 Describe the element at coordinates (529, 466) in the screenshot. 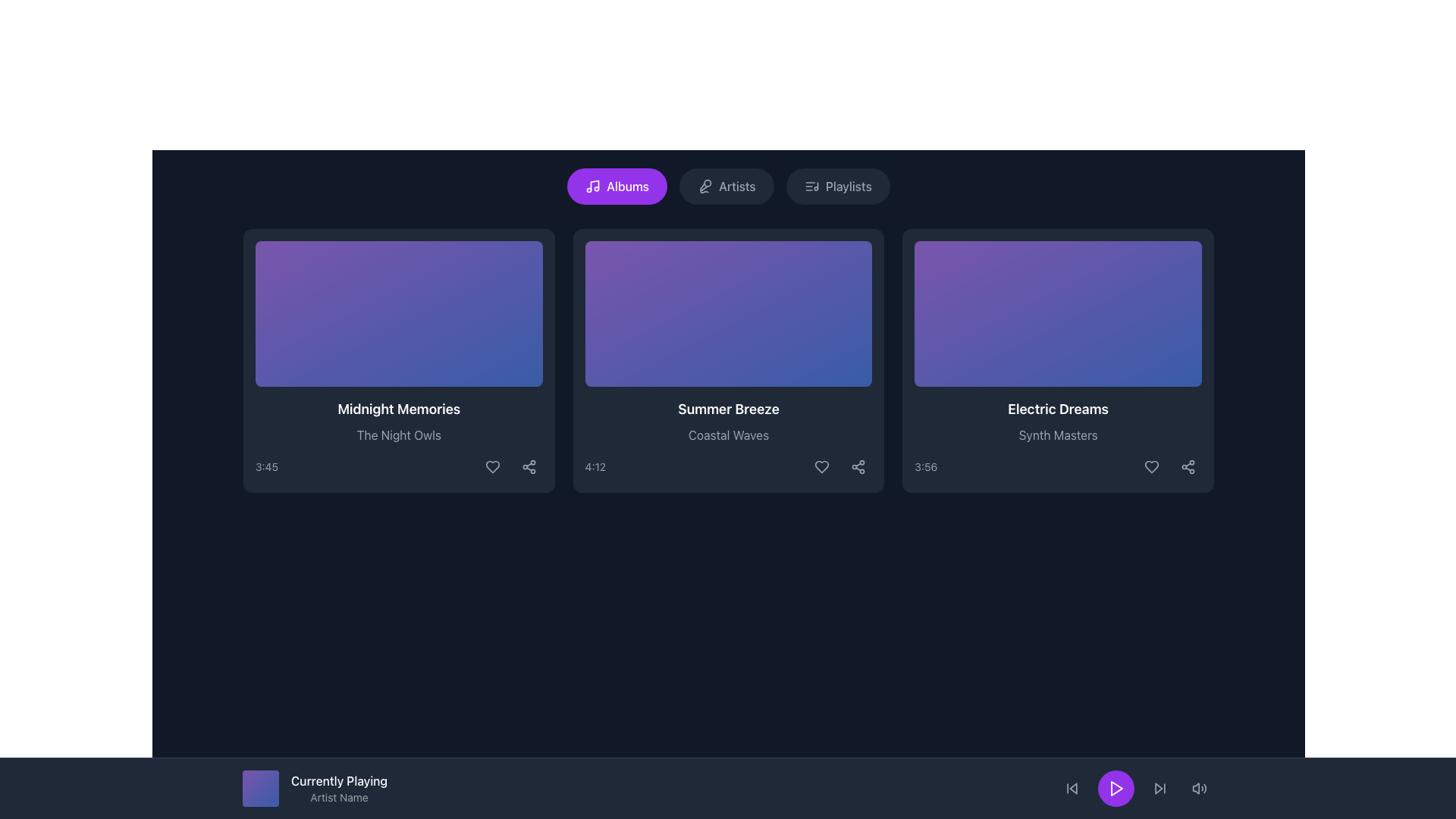

I see `the share icon button located at the bottom-right corner of the 'Midnight Memories' album card to share the album` at that location.